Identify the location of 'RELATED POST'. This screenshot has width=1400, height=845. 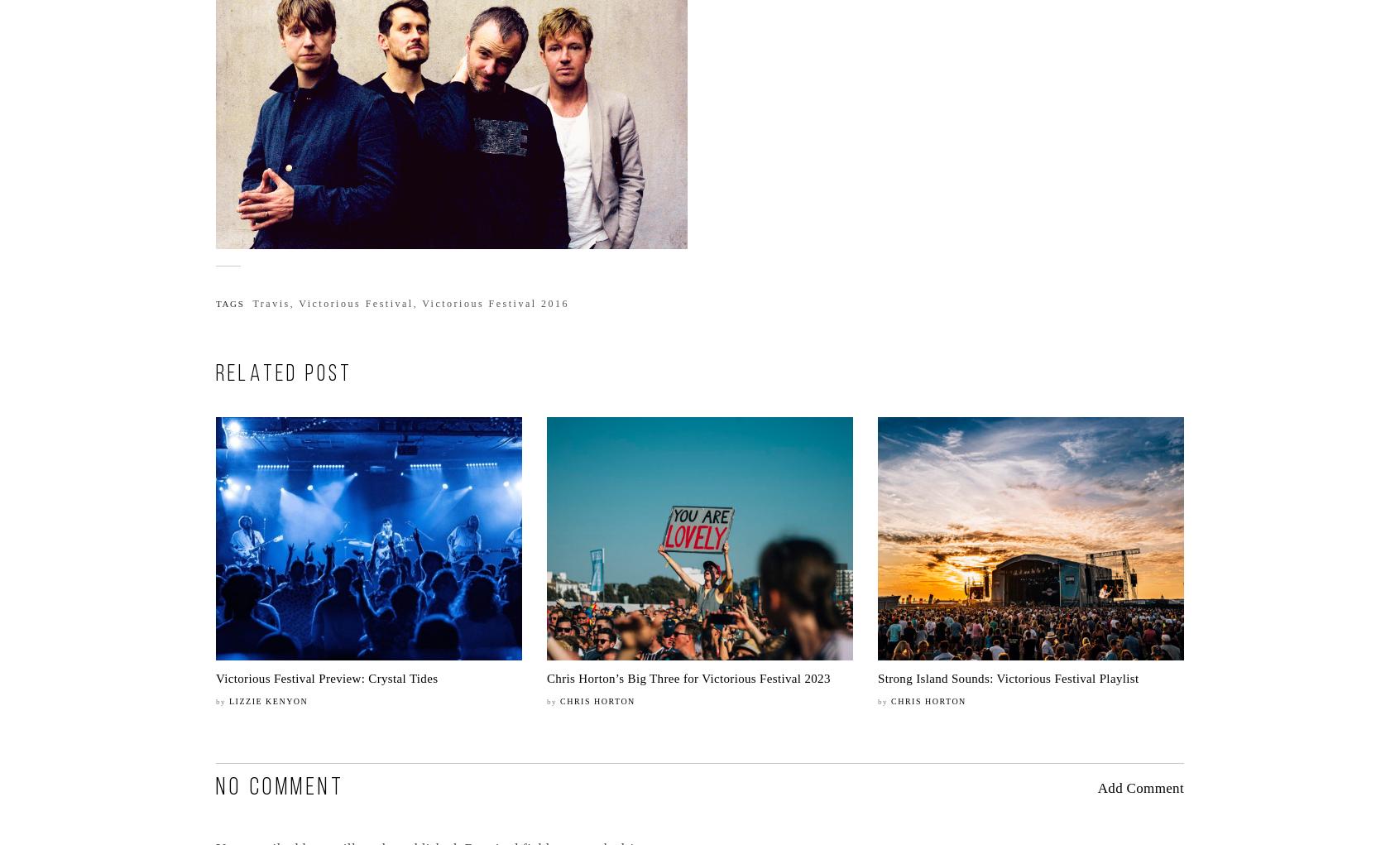
(283, 375).